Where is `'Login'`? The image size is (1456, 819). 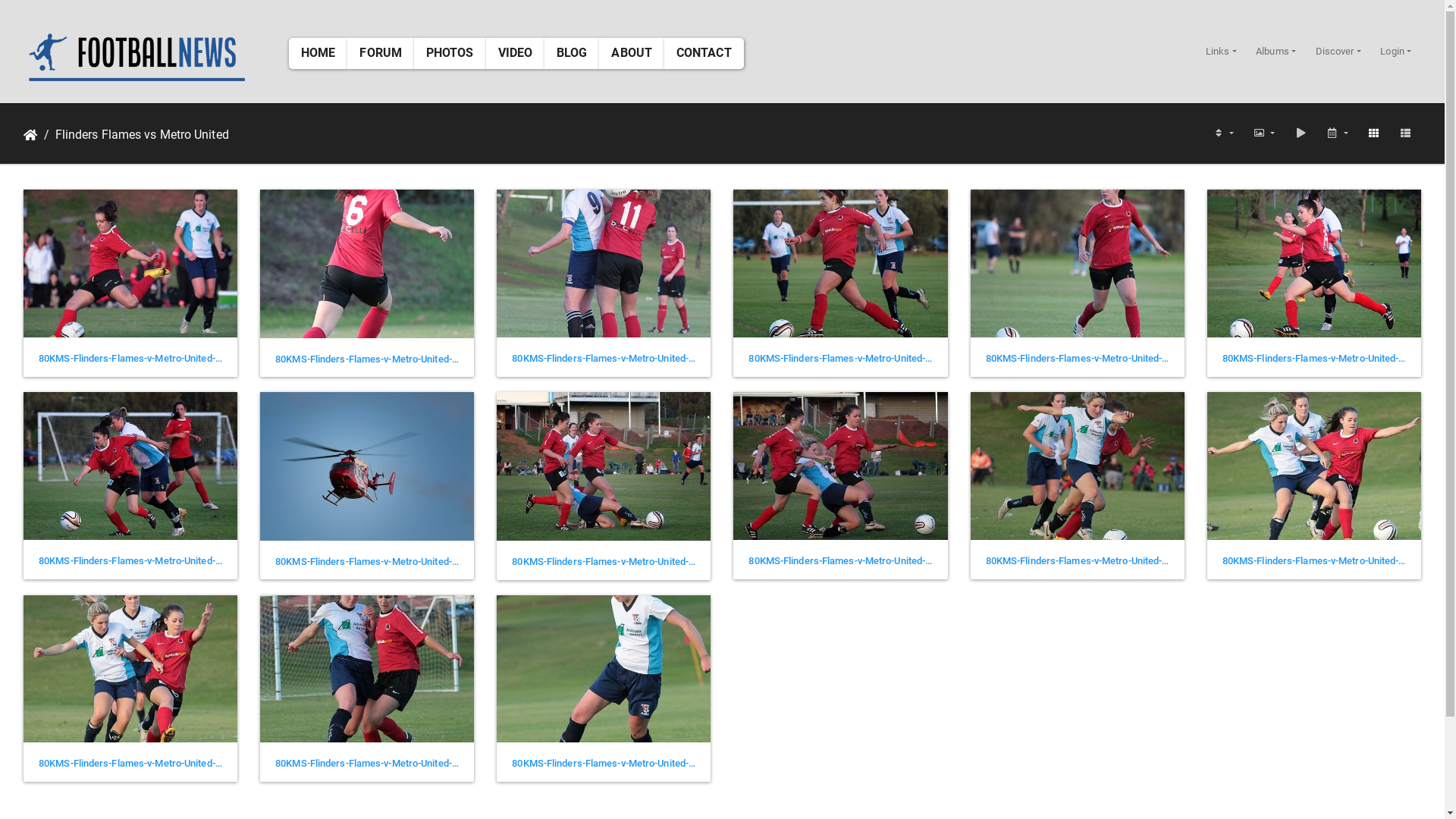
'Login' is located at coordinates (1395, 51).